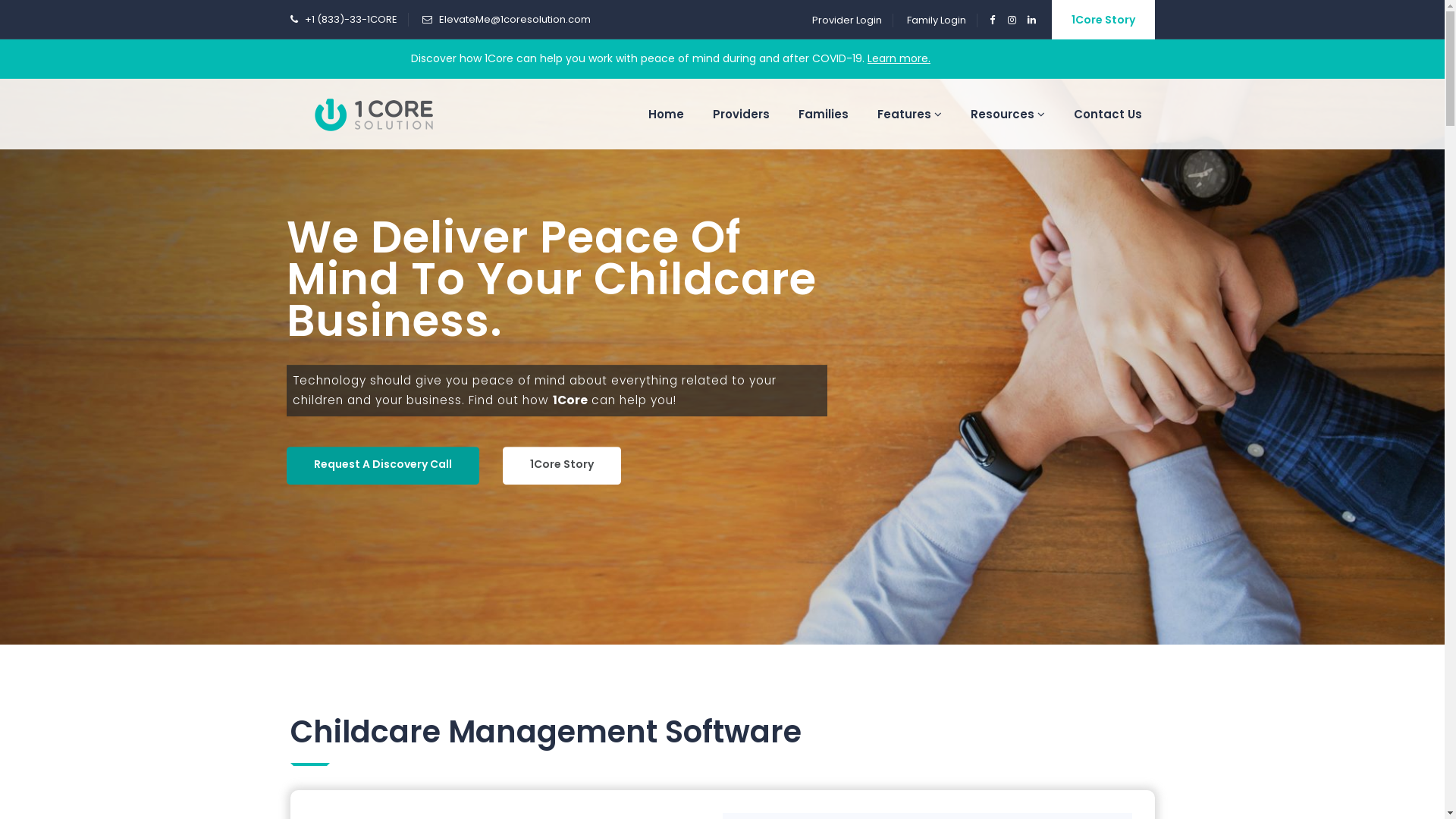 The height and width of the screenshot is (819, 1456). Describe the element at coordinates (666, 113) in the screenshot. I see `'Home'` at that location.